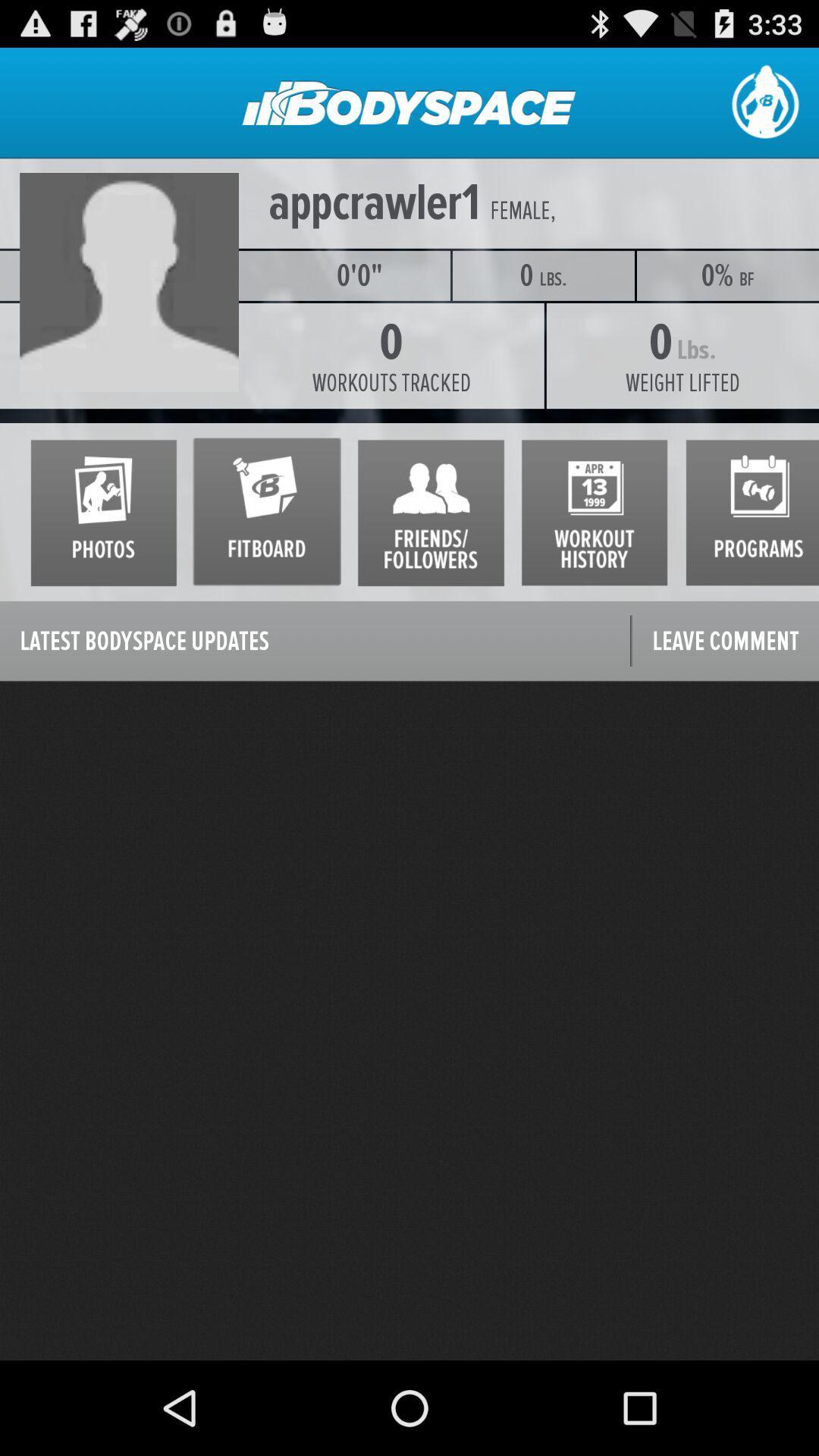 Image resolution: width=819 pixels, height=1456 pixels. What do you see at coordinates (374, 202) in the screenshot?
I see `the item next to female` at bounding box center [374, 202].